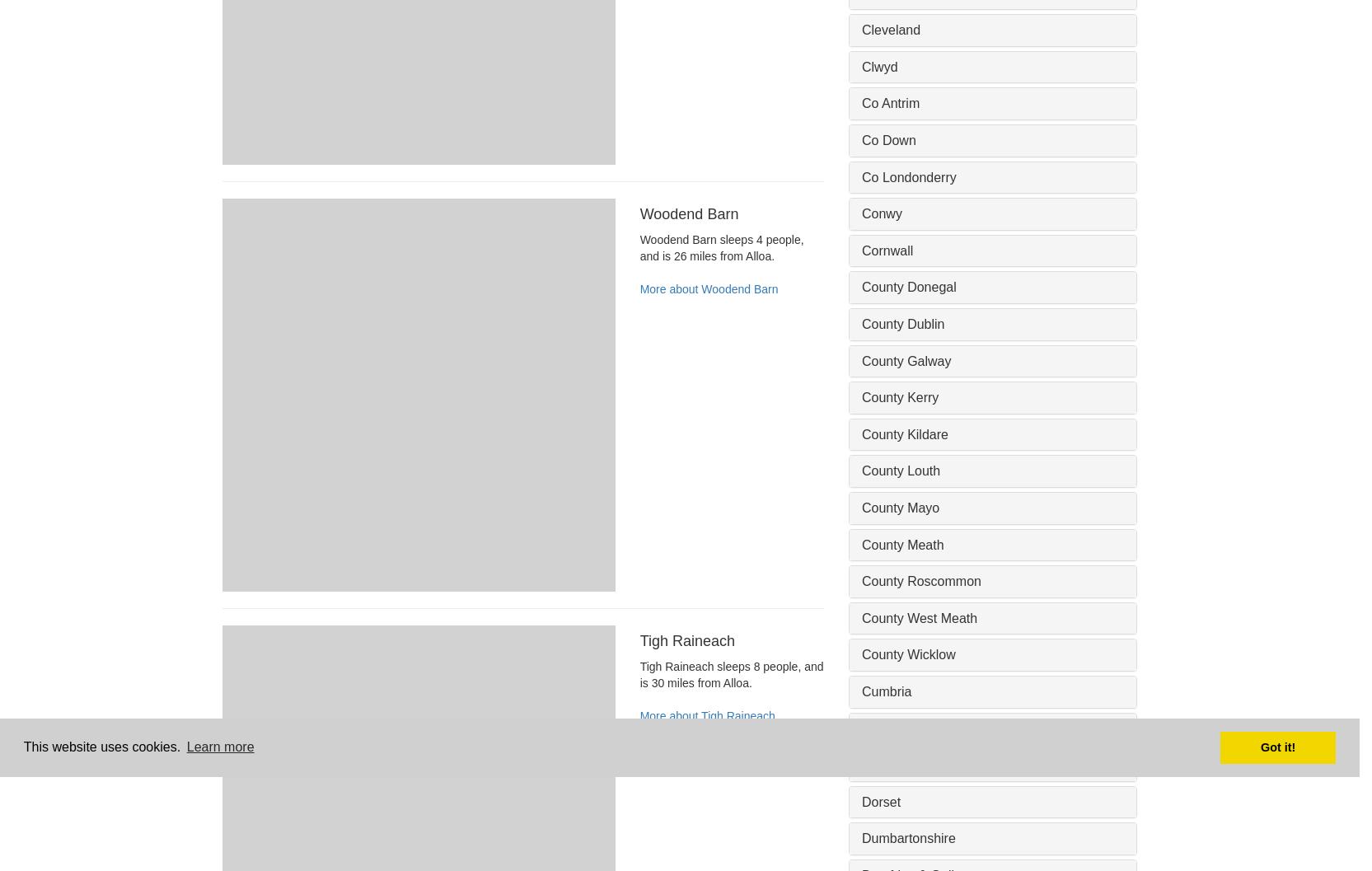 The height and width of the screenshot is (871, 1372). Describe the element at coordinates (860, 837) in the screenshot. I see `'Dumbartonshire'` at that location.